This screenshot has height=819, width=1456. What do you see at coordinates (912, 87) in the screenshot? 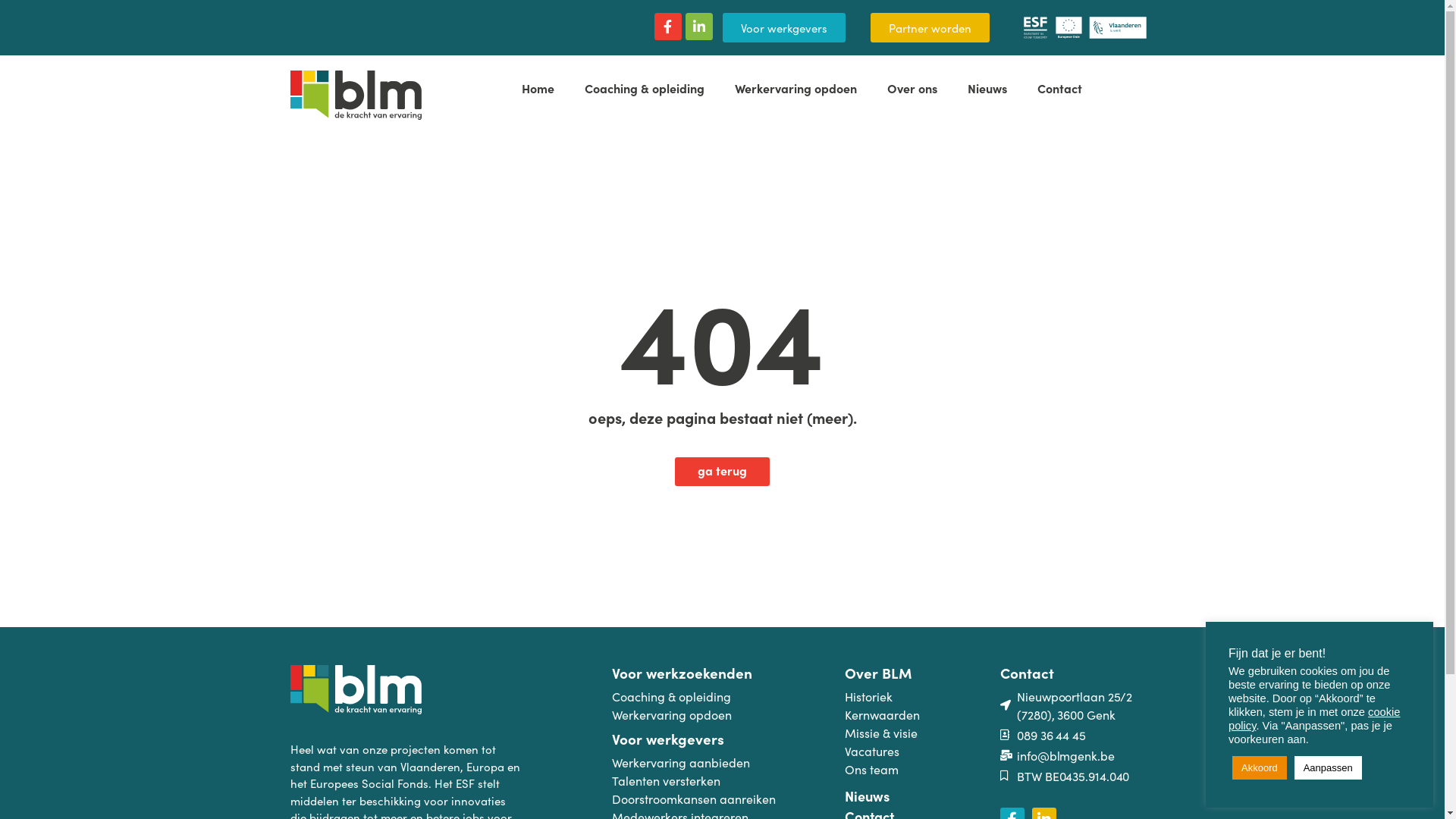
I see `'Over ons'` at bounding box center [912, 87].